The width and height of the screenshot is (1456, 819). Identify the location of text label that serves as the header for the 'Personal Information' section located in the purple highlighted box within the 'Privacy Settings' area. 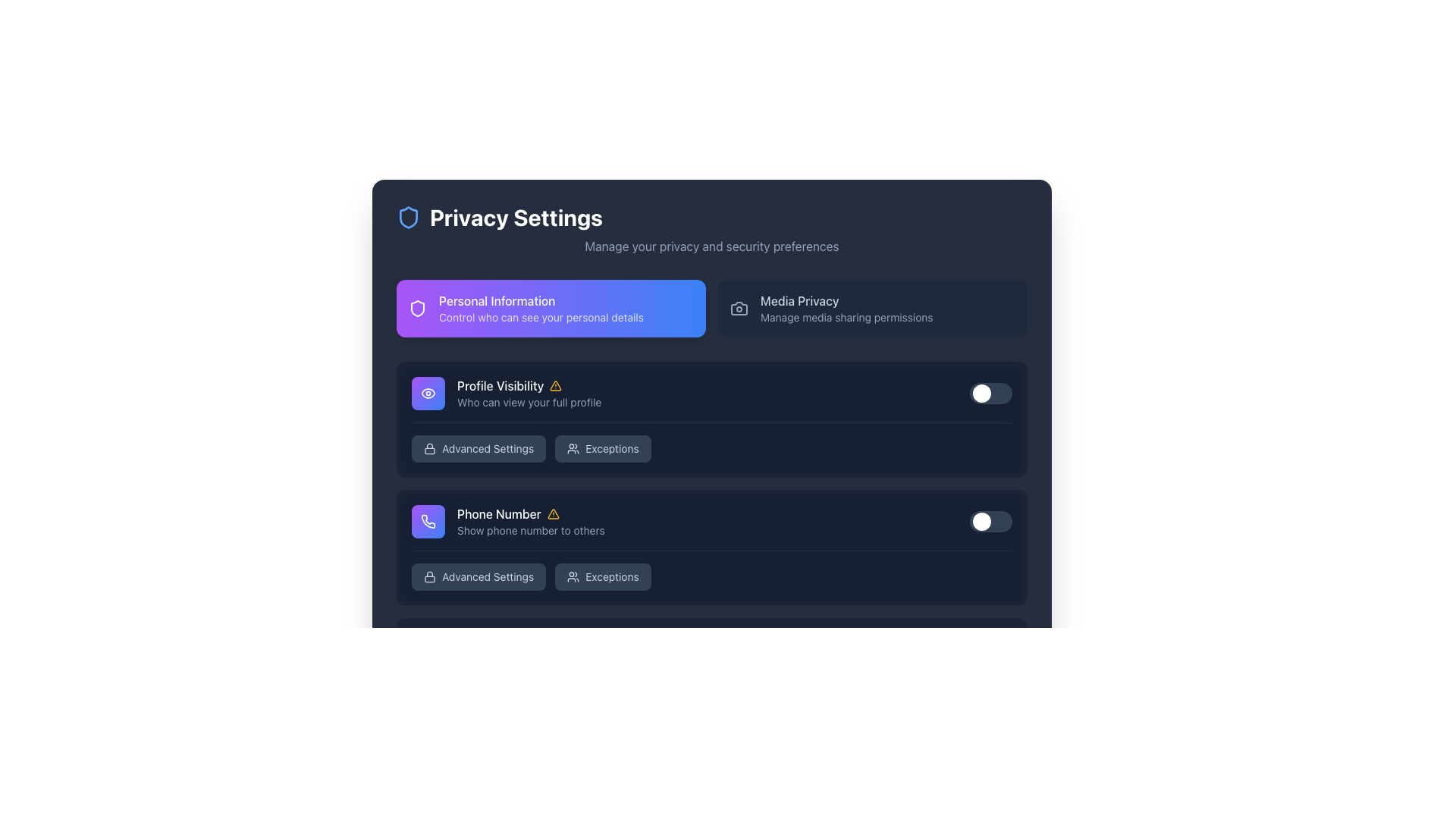
(541, 301).